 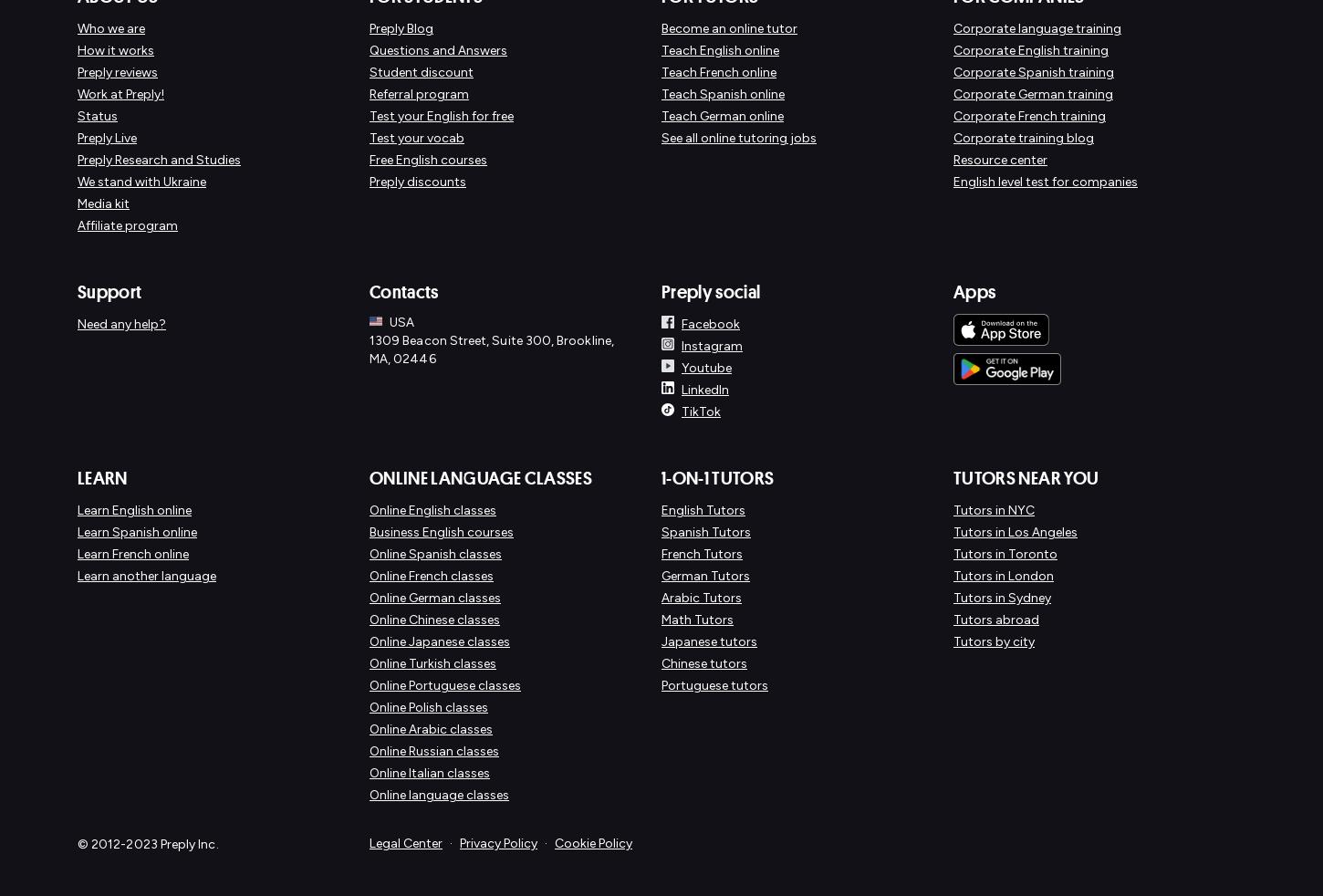 I want to click on 'ONLINE LANGUAGE CLASSES', so click(x=480, y=476).